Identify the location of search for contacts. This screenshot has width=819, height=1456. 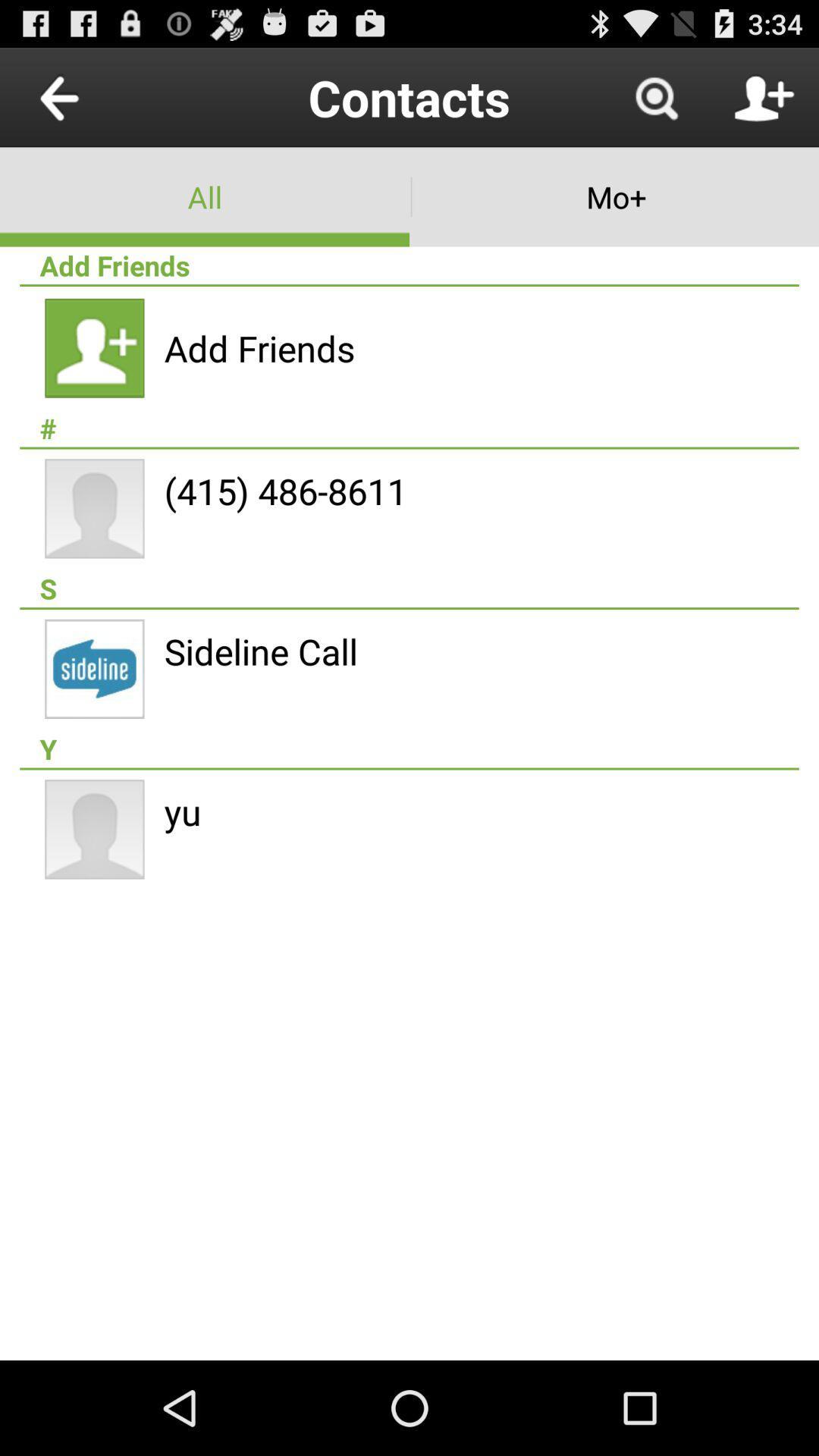
(655, 96).